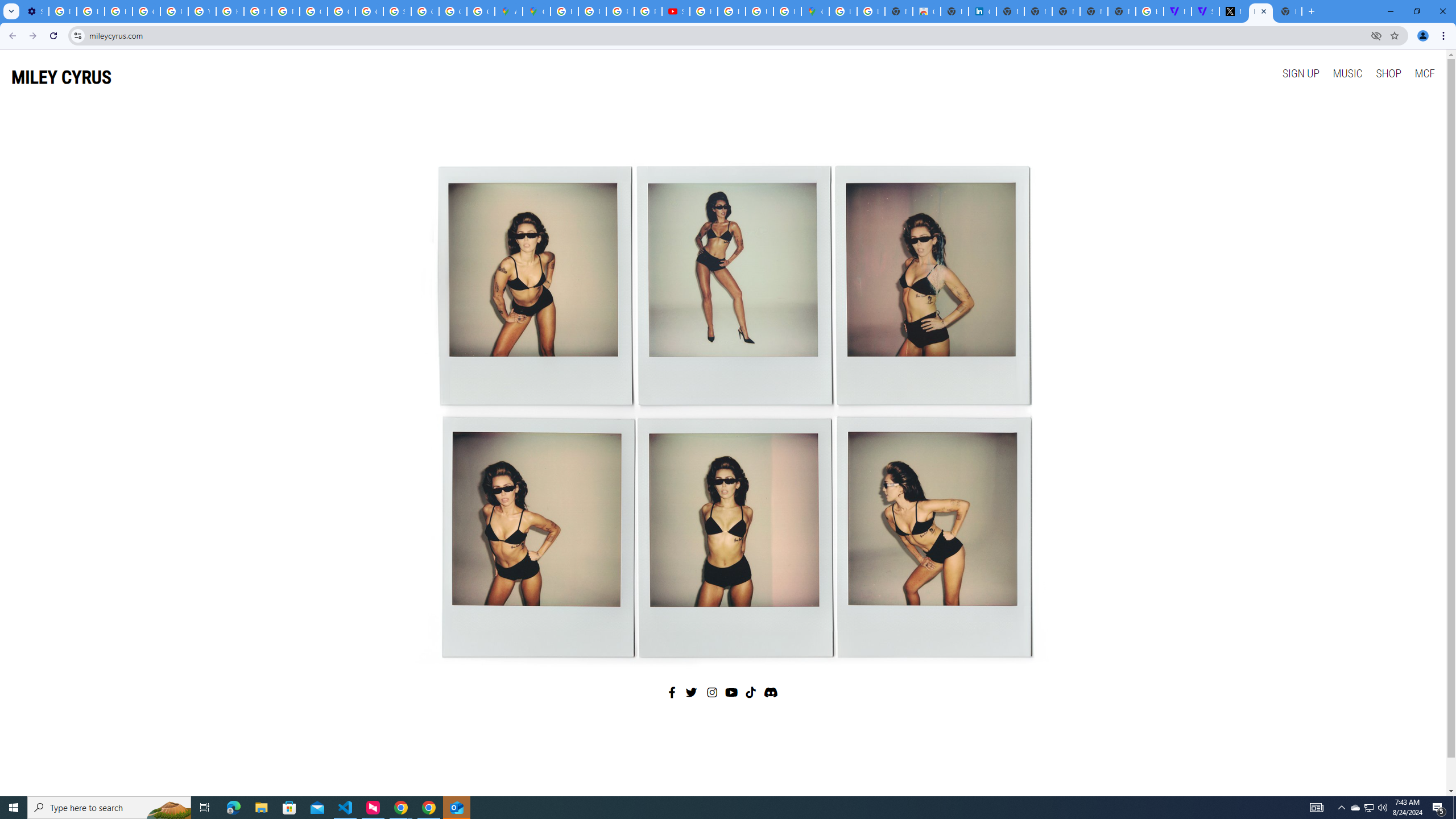 Image resolution: width=1456 pixels, height=819 pixels. What do you see at coordinates (1205, 11) in the screenshot?
I see `'Streaming - The Verge'` at bounding box center [1205, 11].